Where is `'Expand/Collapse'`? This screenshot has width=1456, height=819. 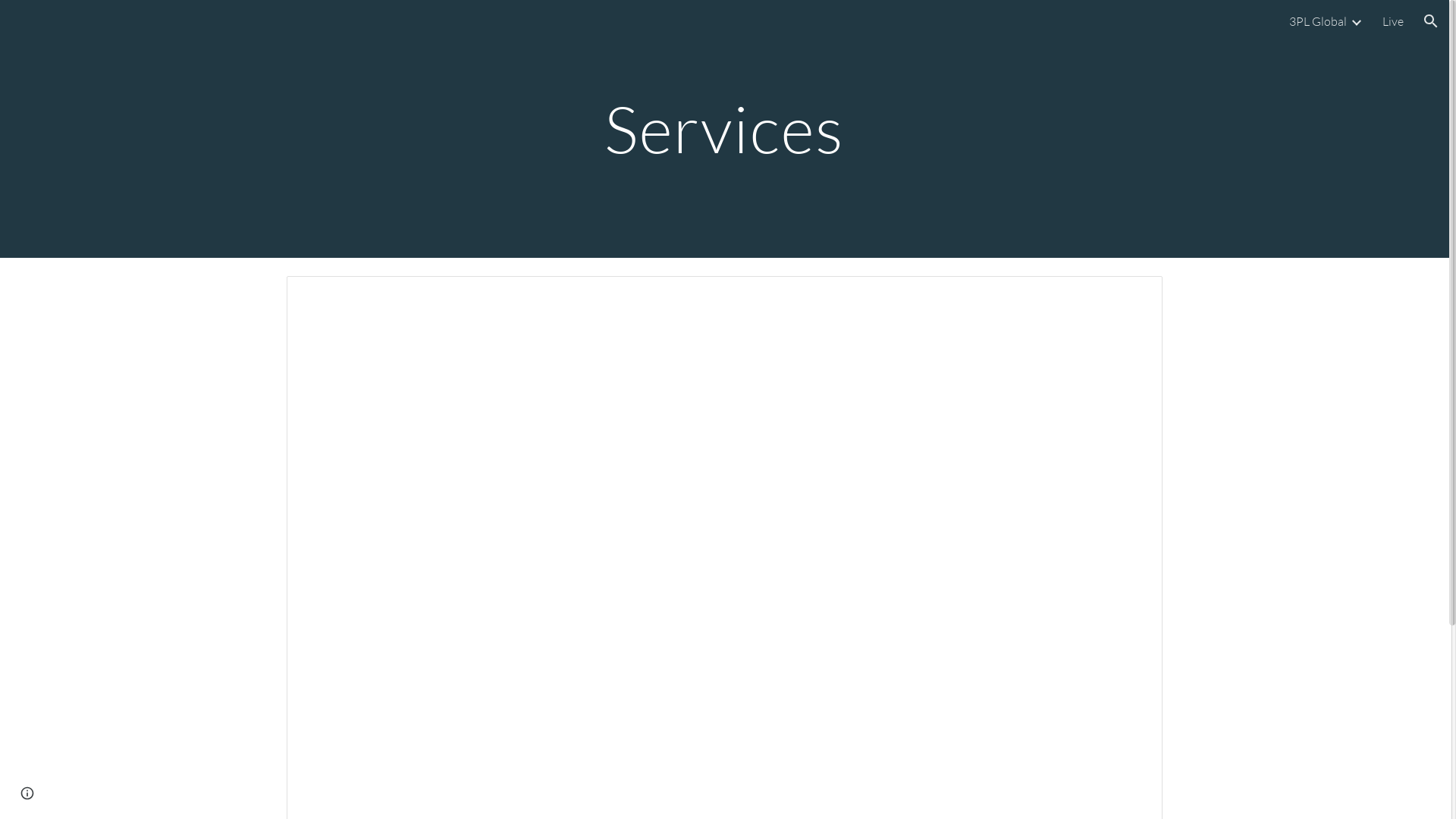 'Expand/Collapse' is located at coordinates (1355, 20).